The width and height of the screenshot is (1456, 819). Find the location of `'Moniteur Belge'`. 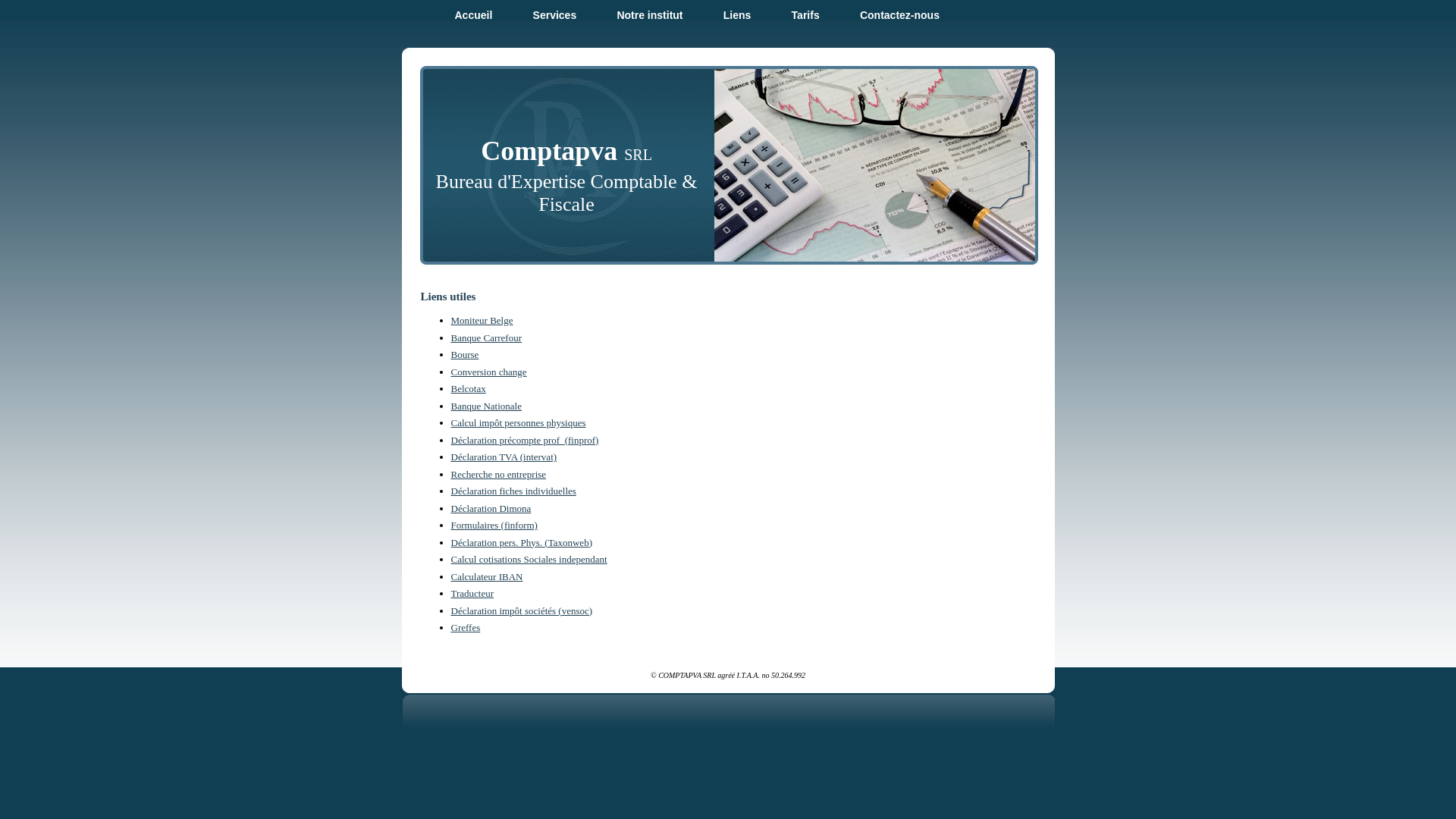

'Moniteur Belge' is located at coordinates (480, 319).